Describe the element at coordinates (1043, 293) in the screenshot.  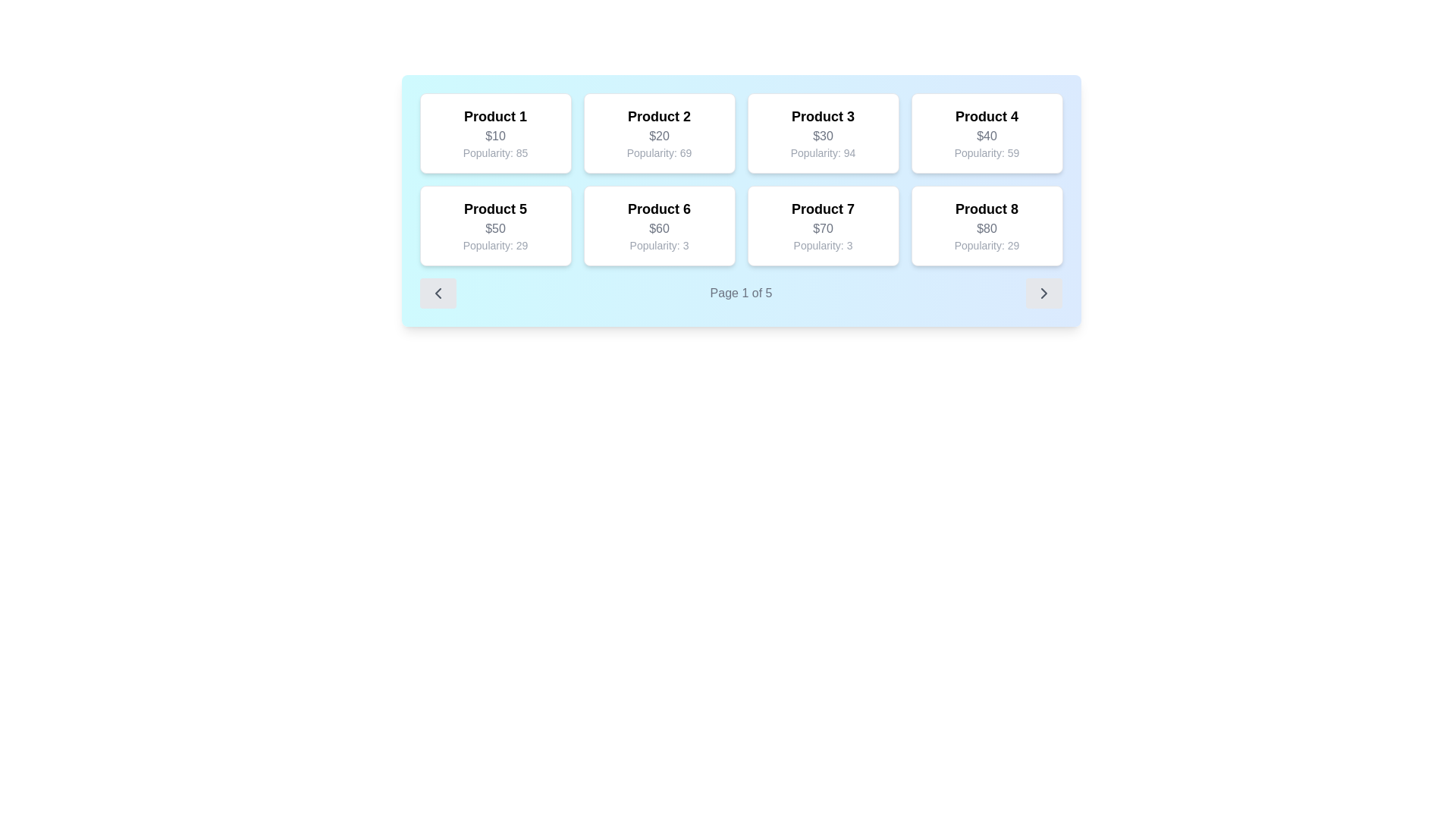
I see `the right-pointing chevron icon button located at the far right side of the horizontal pager interface` at that location.